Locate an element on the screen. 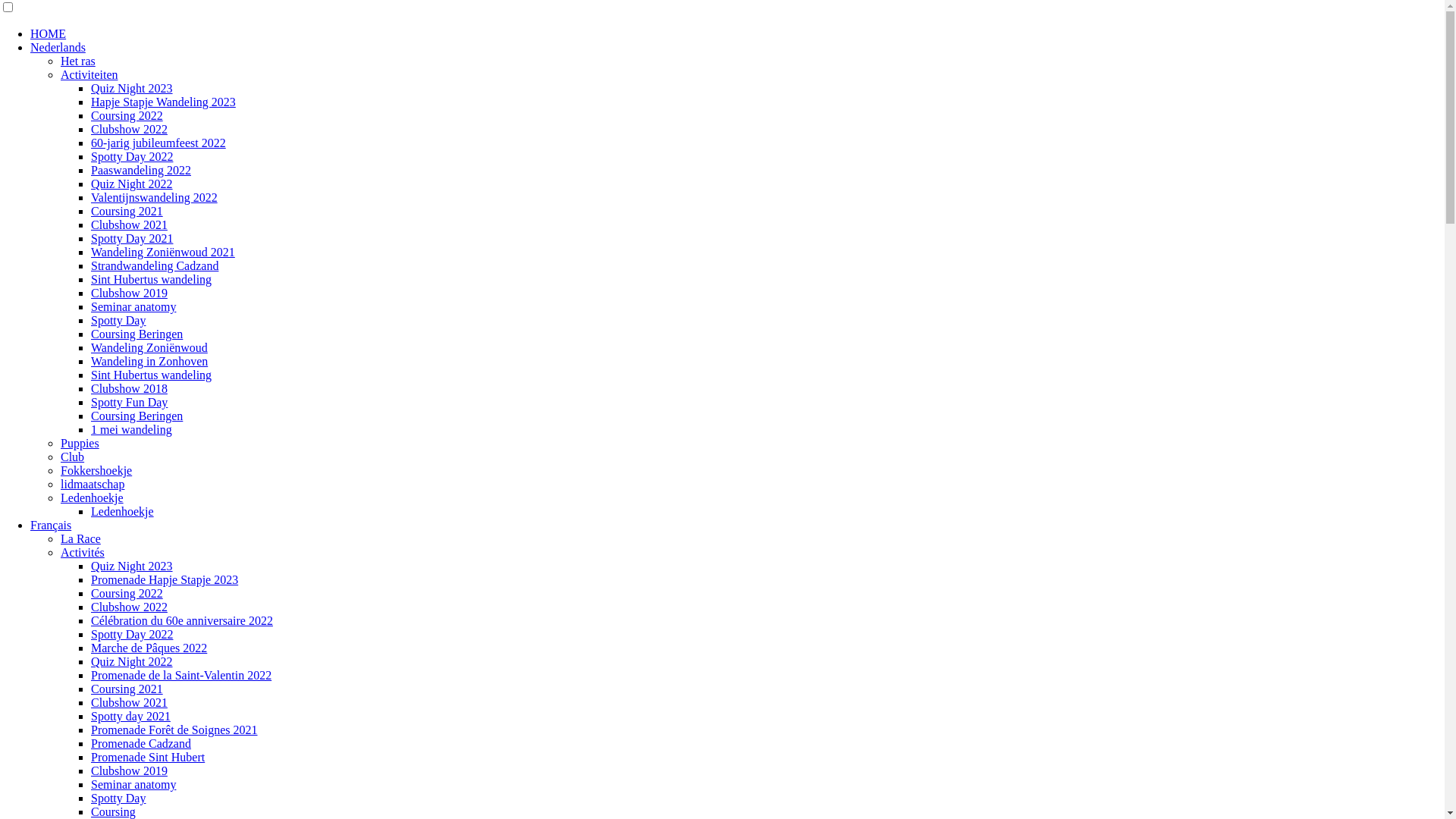 The image size is (1456, 819). 'Coursing Beringen' is located at coordinates (136, 416).